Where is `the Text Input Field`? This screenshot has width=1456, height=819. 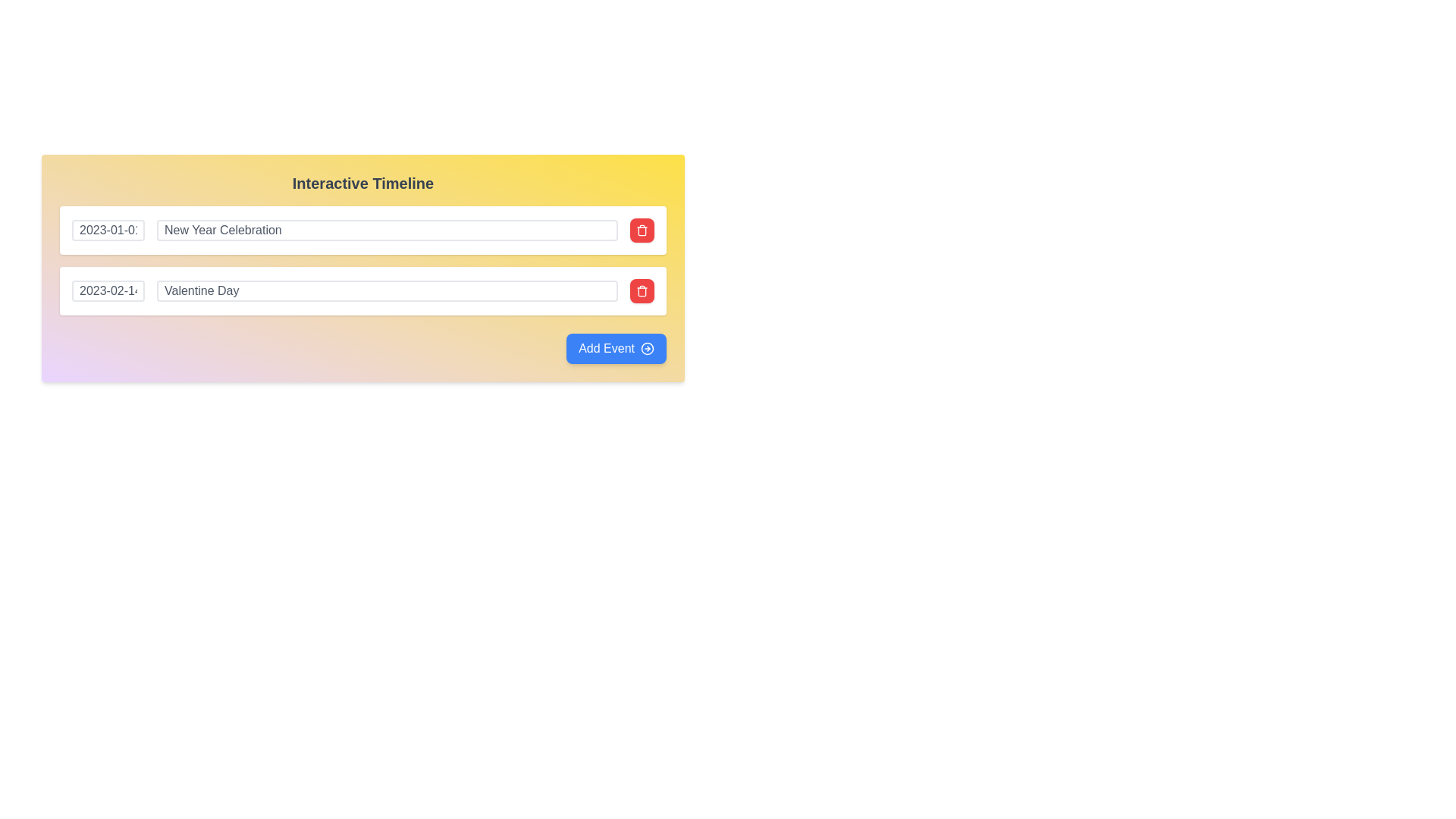 the Text Input Field is located at coordinates (387, 291).